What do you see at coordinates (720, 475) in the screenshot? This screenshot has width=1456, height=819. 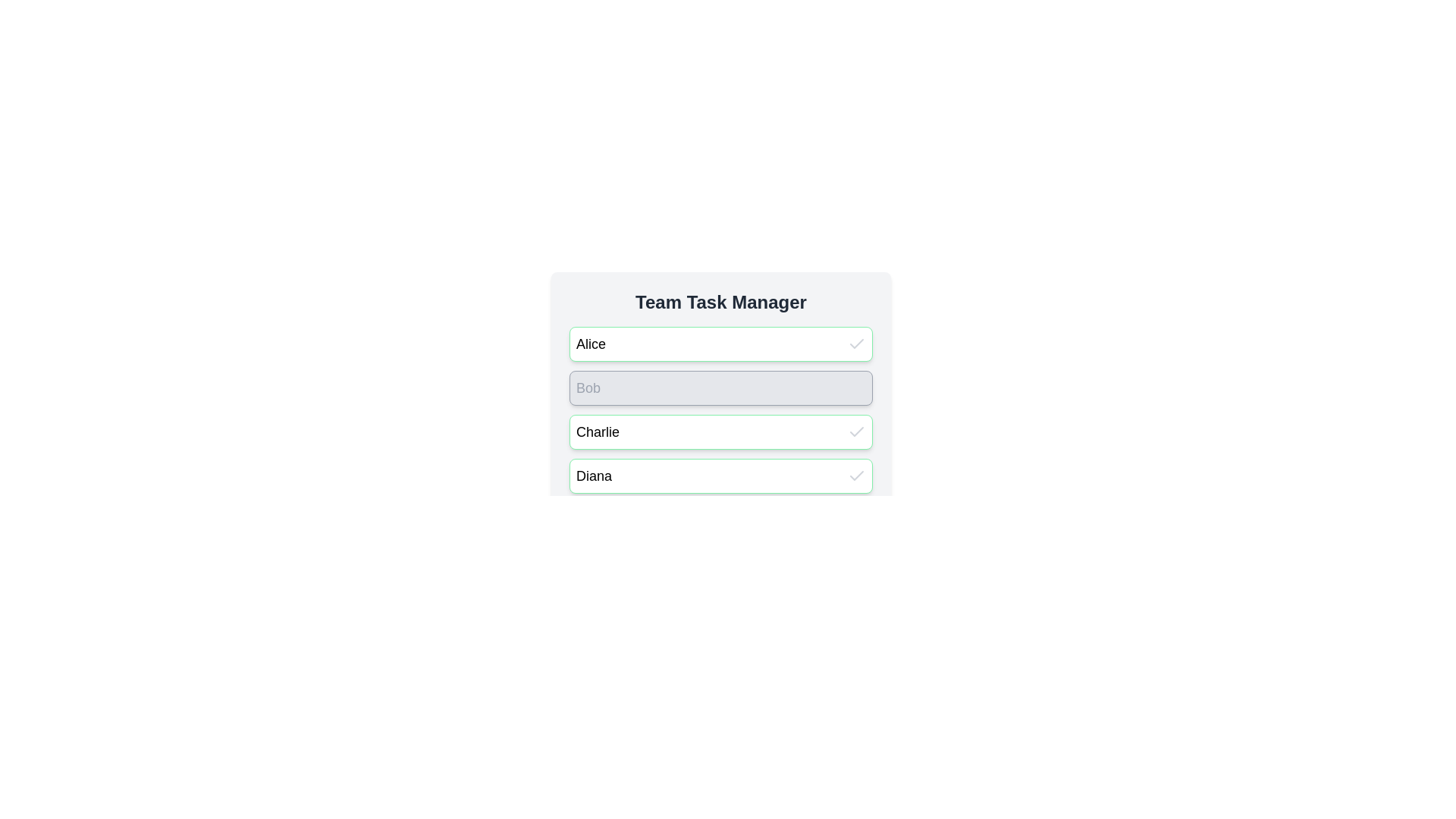 I see `the interactive list item representing 'Diana'` at bounding box center [720, 475].